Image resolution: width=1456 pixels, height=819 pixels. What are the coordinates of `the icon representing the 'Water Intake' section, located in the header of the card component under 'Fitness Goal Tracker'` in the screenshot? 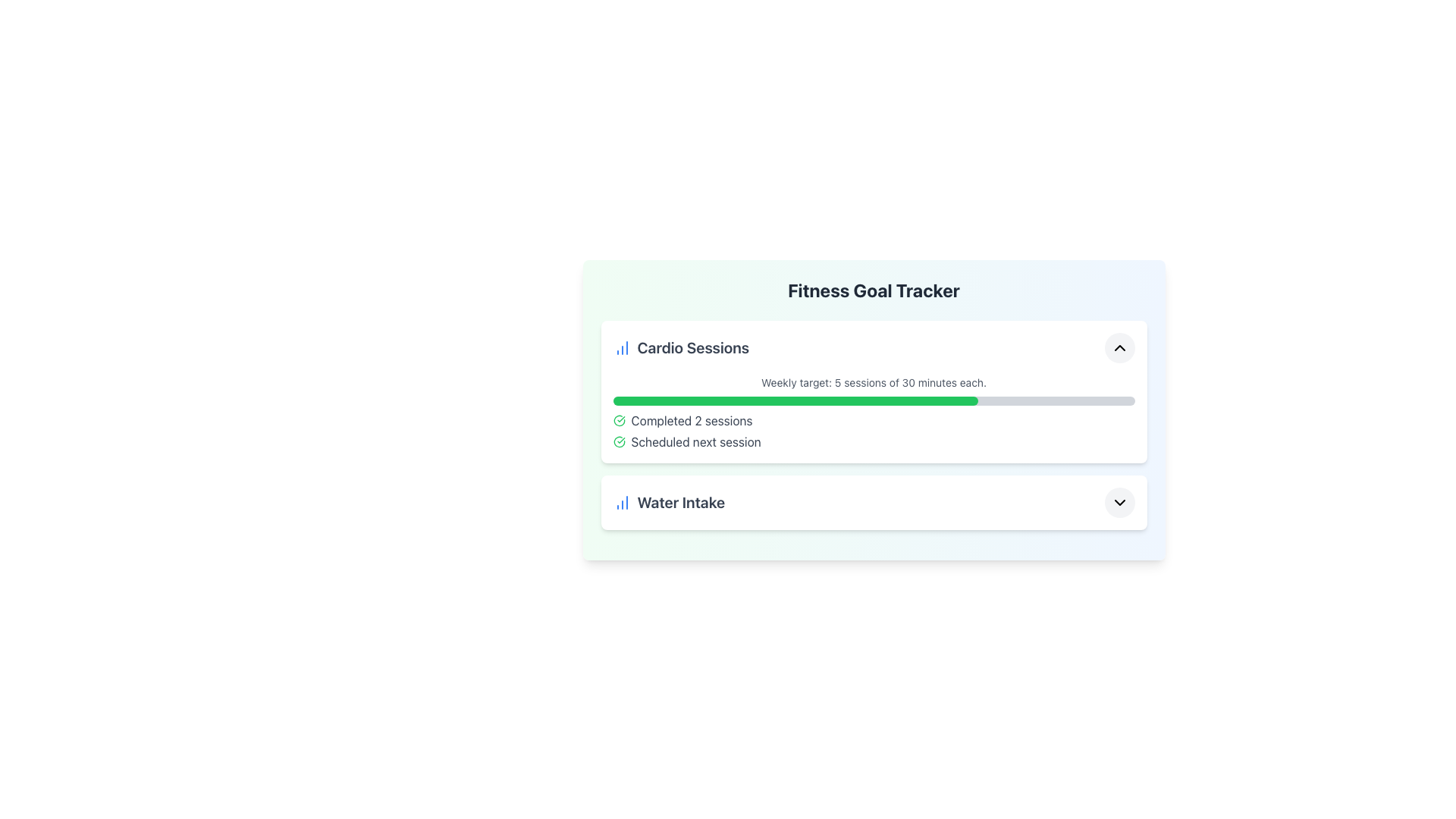 It's located at (622, 503).